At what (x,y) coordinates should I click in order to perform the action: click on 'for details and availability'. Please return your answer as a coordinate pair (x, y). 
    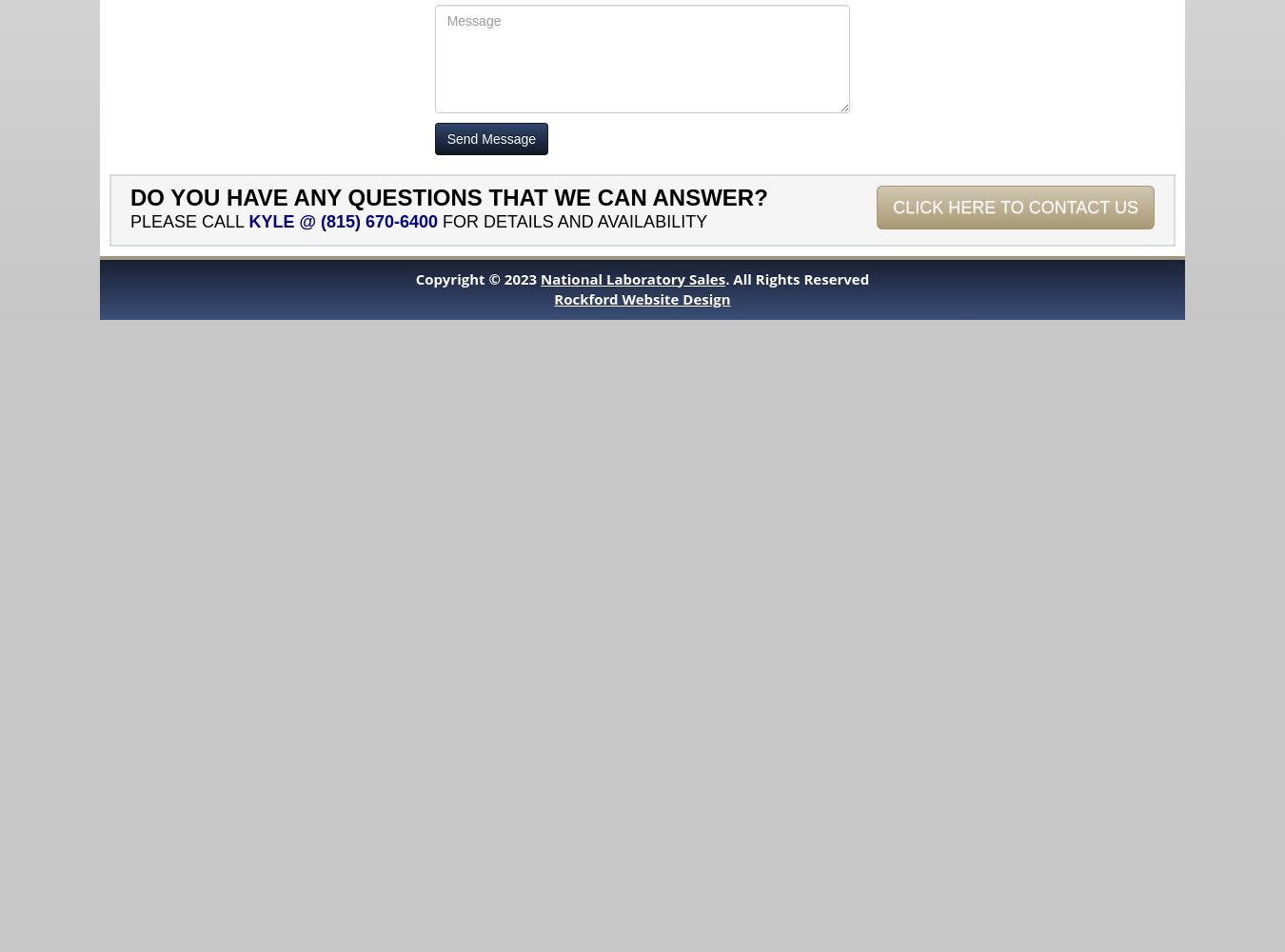
    Looking at the image, I should click on (572, 220).